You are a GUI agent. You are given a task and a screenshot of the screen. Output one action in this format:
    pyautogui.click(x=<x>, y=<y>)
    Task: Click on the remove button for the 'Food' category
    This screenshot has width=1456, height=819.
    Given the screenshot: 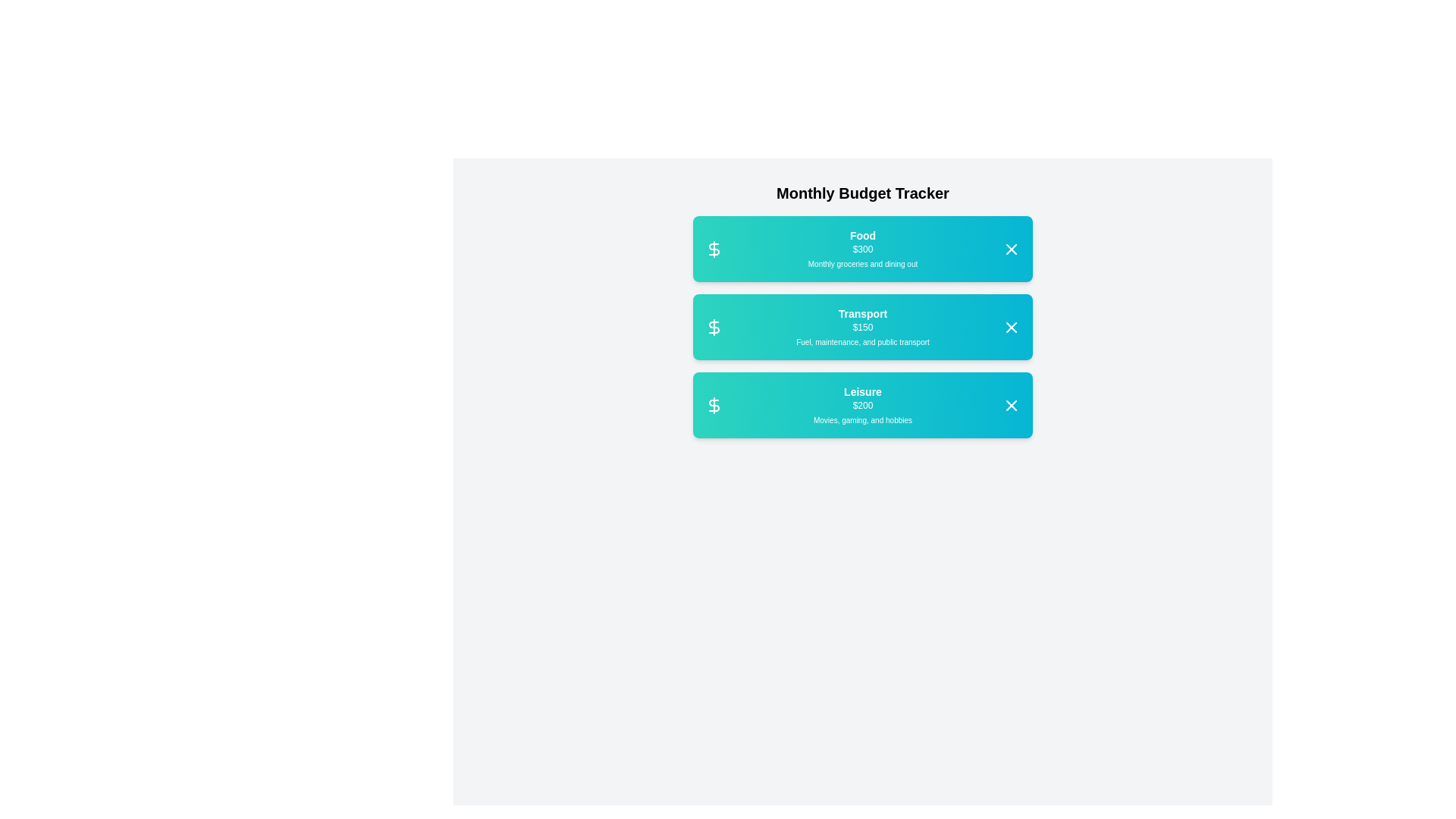 What is the action you would take?
    pyautogui.click(x=1012, y=247)
    